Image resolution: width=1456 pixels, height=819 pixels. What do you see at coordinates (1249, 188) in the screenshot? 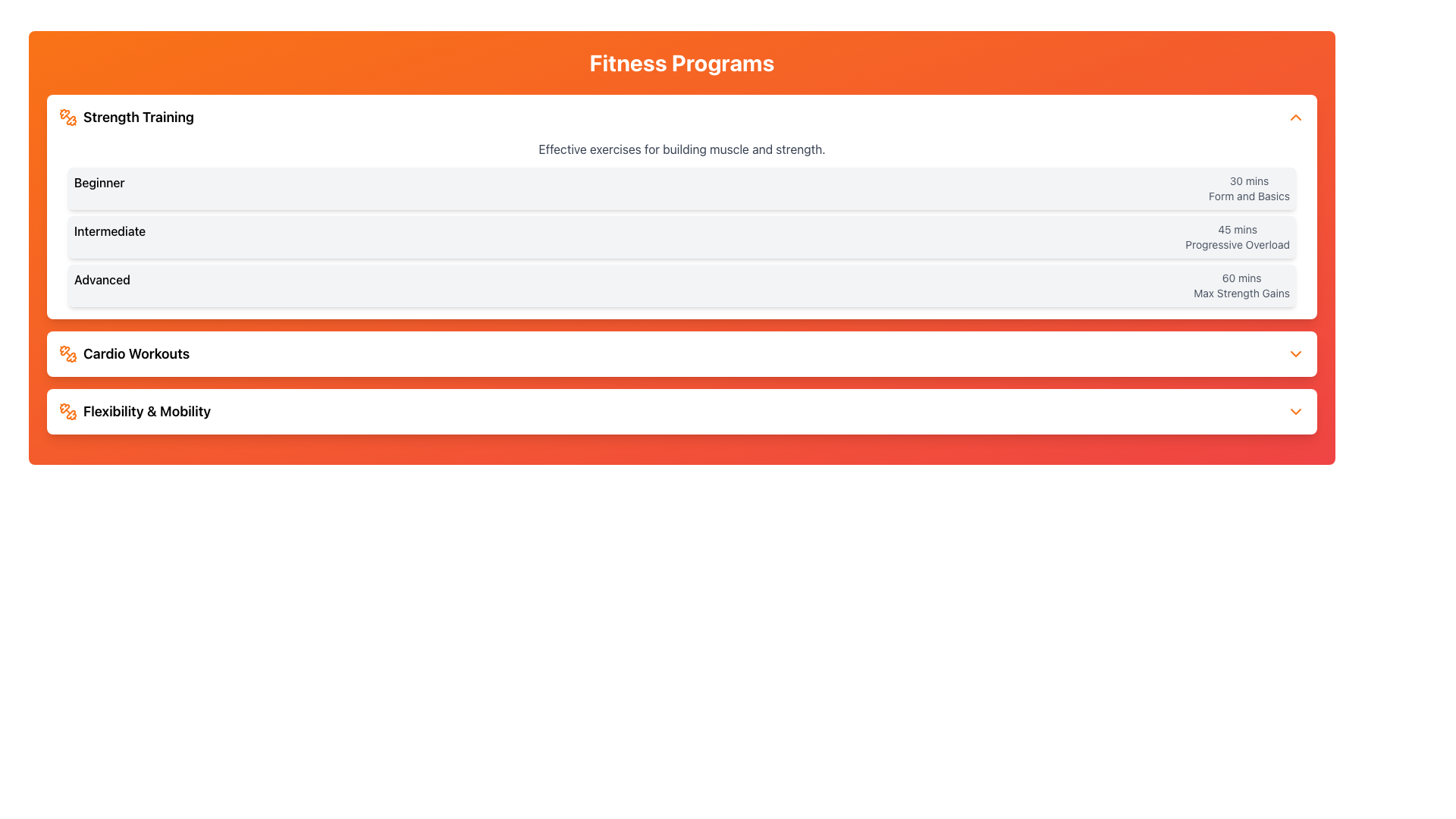
I see `the Text Label located in the upper-right corner of the 'Beginner' card in the 'Strength Training' section to gather information about the fitness program module` at bounding box center [1249, 188].